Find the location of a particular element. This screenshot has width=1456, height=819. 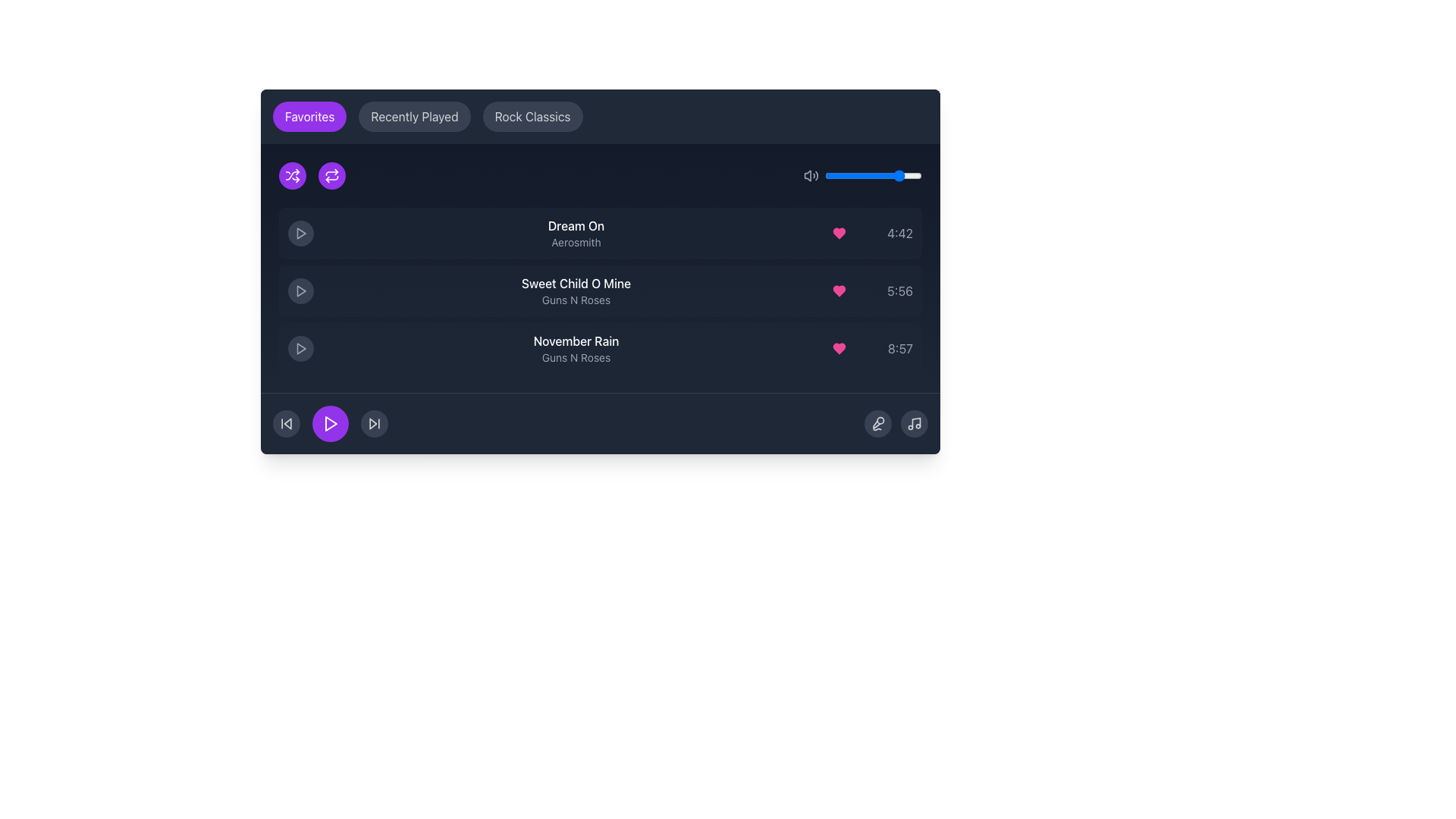

the text label displaying 'Aerosmith', which is in a small gray font and positioned below the larger white text 'Dream On' in the music playlist interface is located at coordinates (575, 242).